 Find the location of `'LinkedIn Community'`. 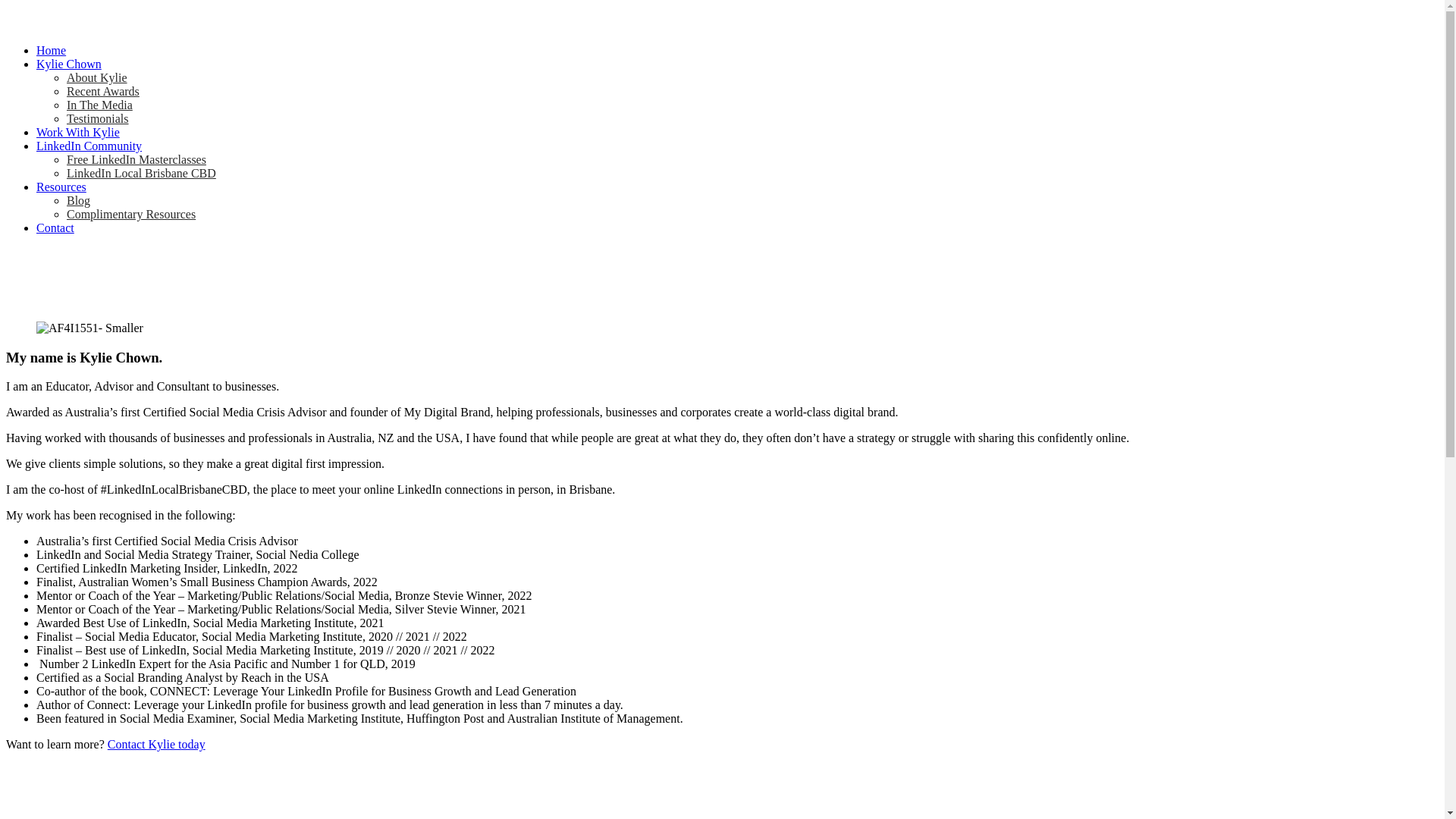

'LinkedIn Community' is located at coordinates (36, 146).